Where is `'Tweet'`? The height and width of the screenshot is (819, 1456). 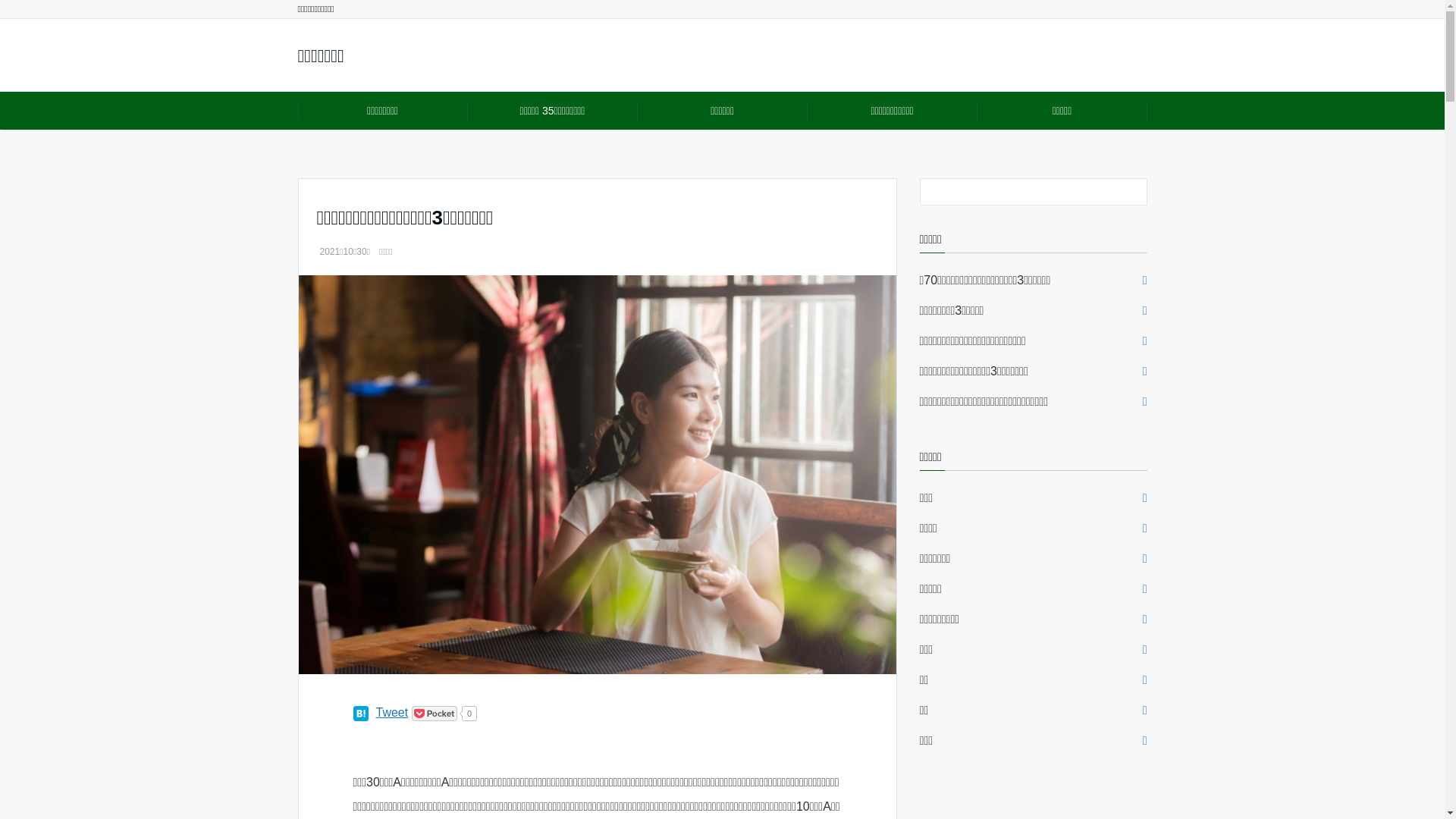
'Tweet' is located at coordinates (375, 712).